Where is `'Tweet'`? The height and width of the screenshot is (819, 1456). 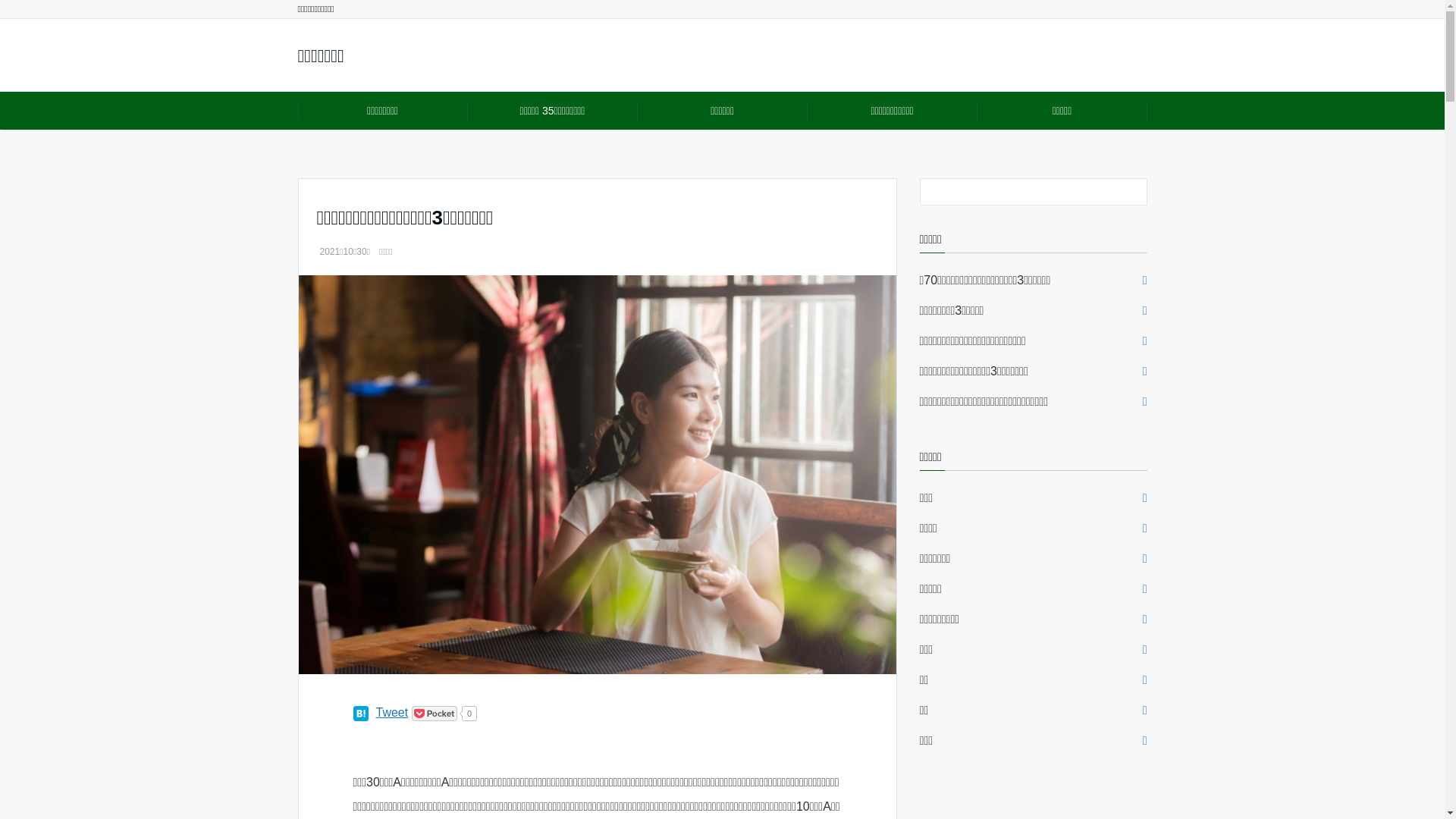
'Tweet' is located at coordinates (375, 712).